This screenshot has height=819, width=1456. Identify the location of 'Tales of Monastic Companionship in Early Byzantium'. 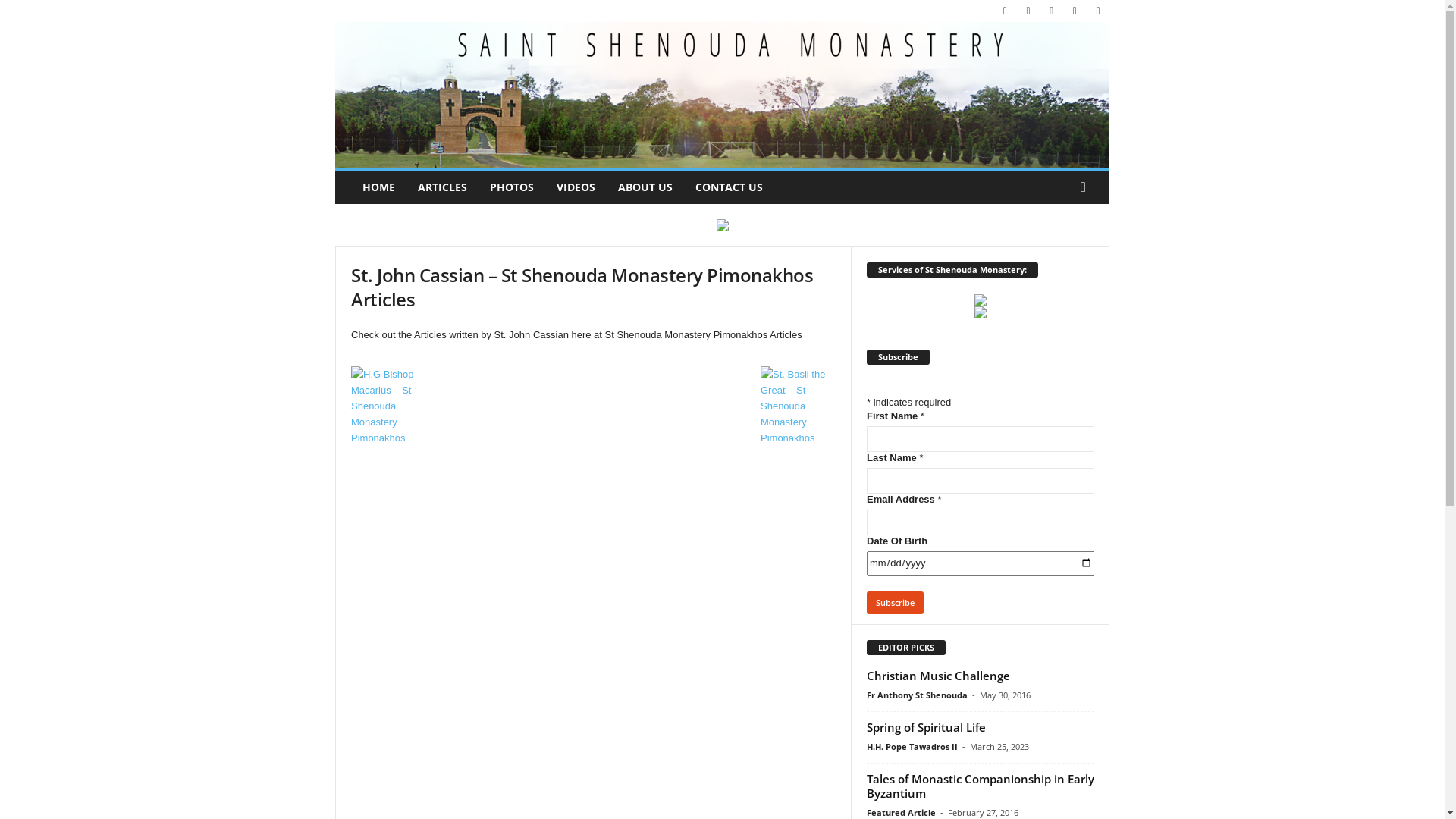
(980, 785).